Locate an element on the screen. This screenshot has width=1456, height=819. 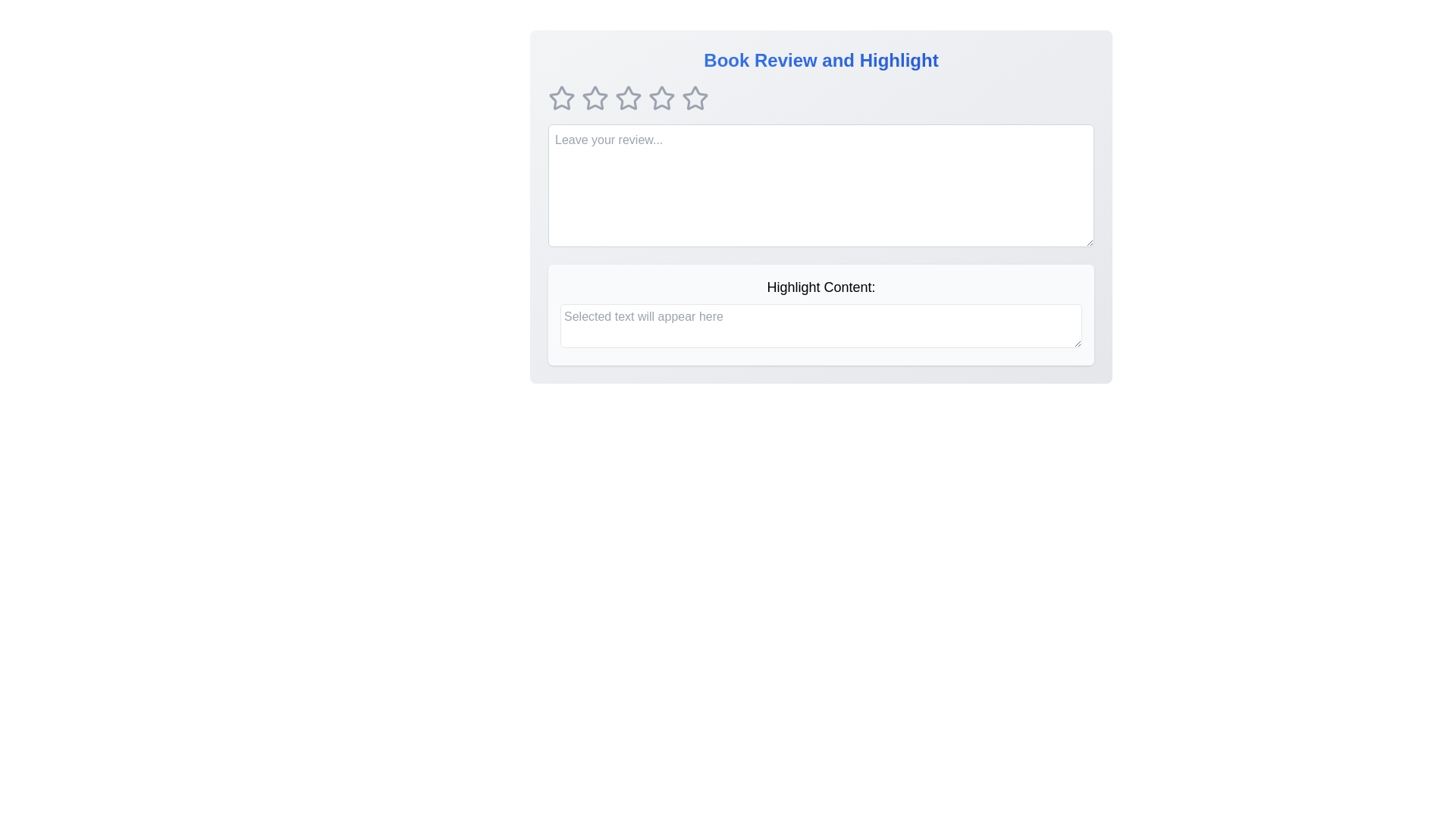
the rating to 3 stars by clicking on the corresponding star icon is located at coordinates (629, 99).